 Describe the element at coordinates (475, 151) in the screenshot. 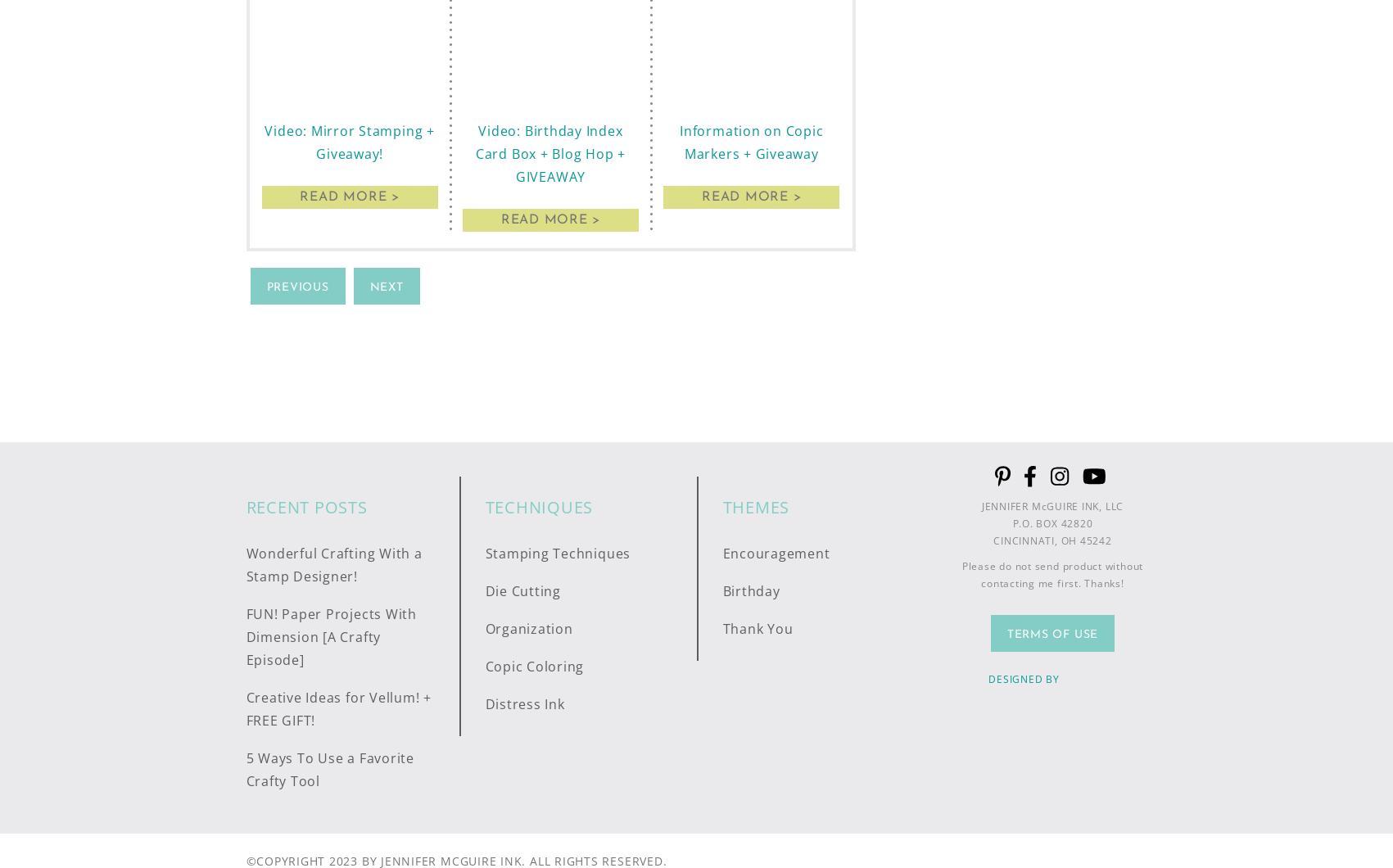

I see `'Video: Birthday Index Card Box + Blog Hop + GIVEAWAY'` at that location.